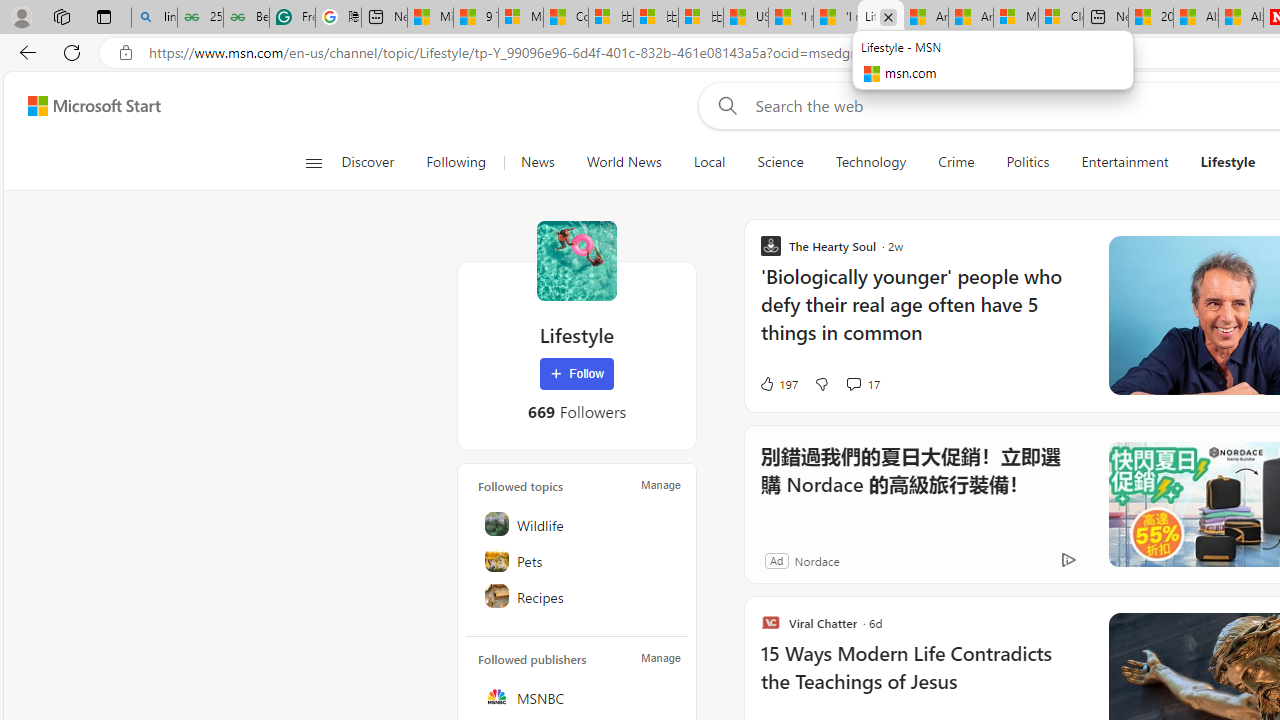 The width and height of the screenshot is (1280, 720). What do you see at coordinates (1060, 17) in the screenshot?
I see `'Cloud Computing Services | Microsoft Azure'` at bounding box center [1060, 17].